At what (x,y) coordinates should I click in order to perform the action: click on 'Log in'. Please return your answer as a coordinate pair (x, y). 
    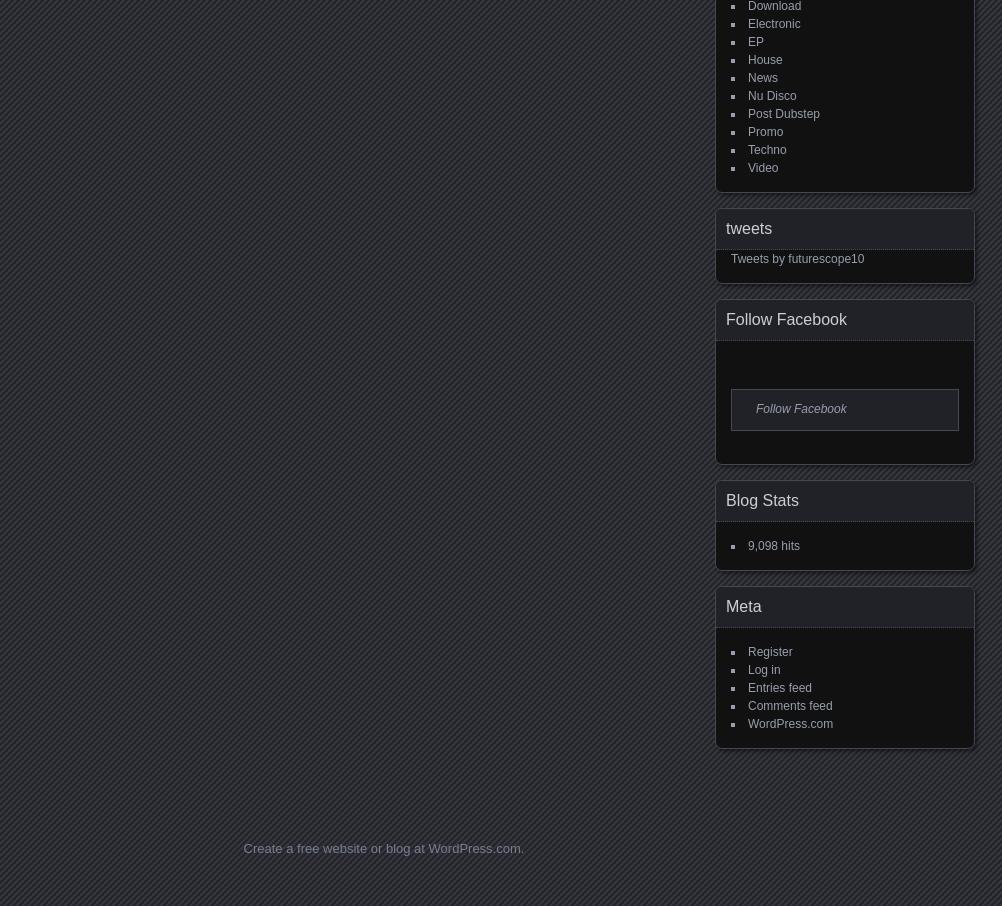
    Looking at the image, I should click on (763, 667).